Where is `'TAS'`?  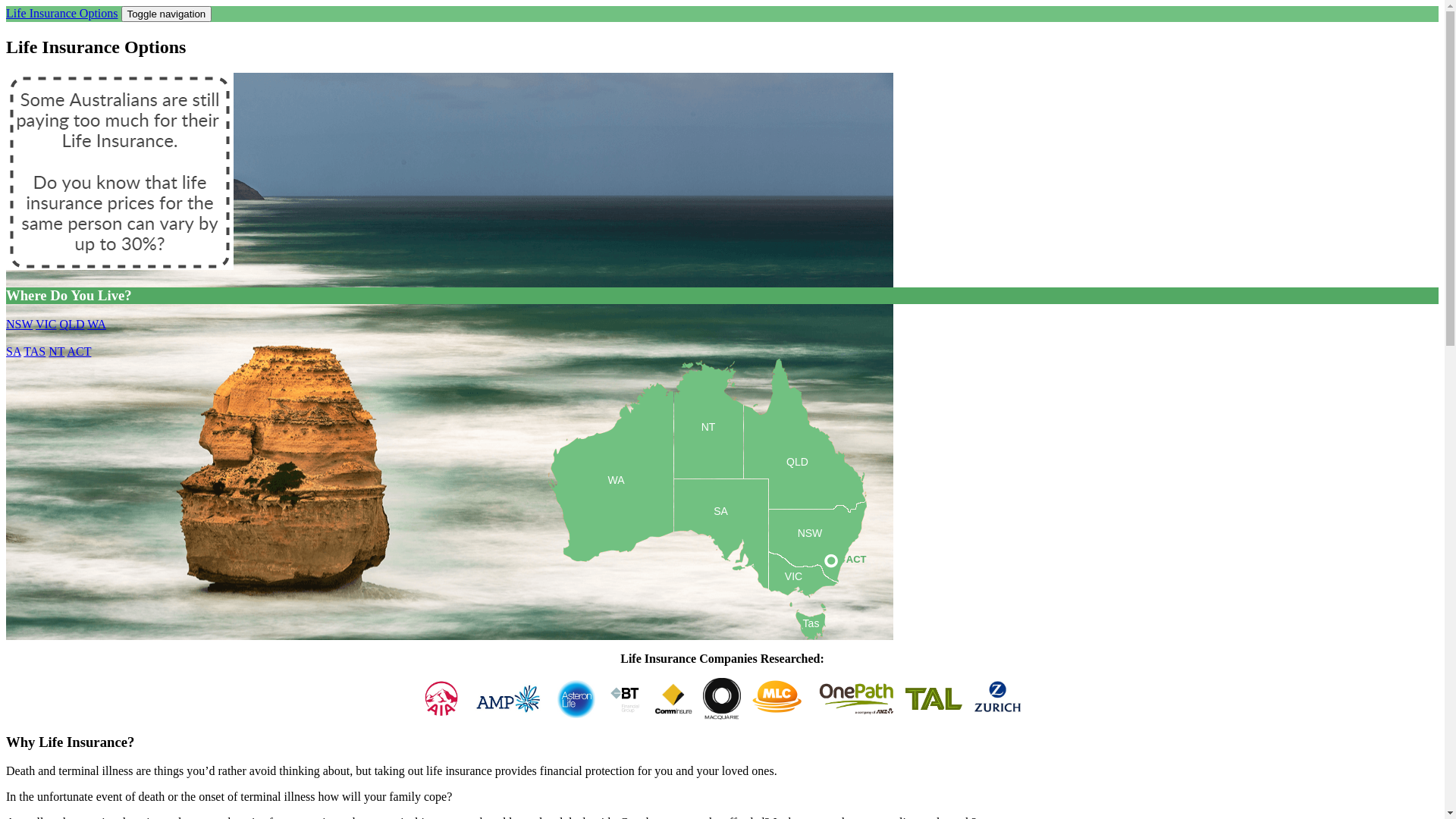
'TAS' is located at coordinates (34, 351).